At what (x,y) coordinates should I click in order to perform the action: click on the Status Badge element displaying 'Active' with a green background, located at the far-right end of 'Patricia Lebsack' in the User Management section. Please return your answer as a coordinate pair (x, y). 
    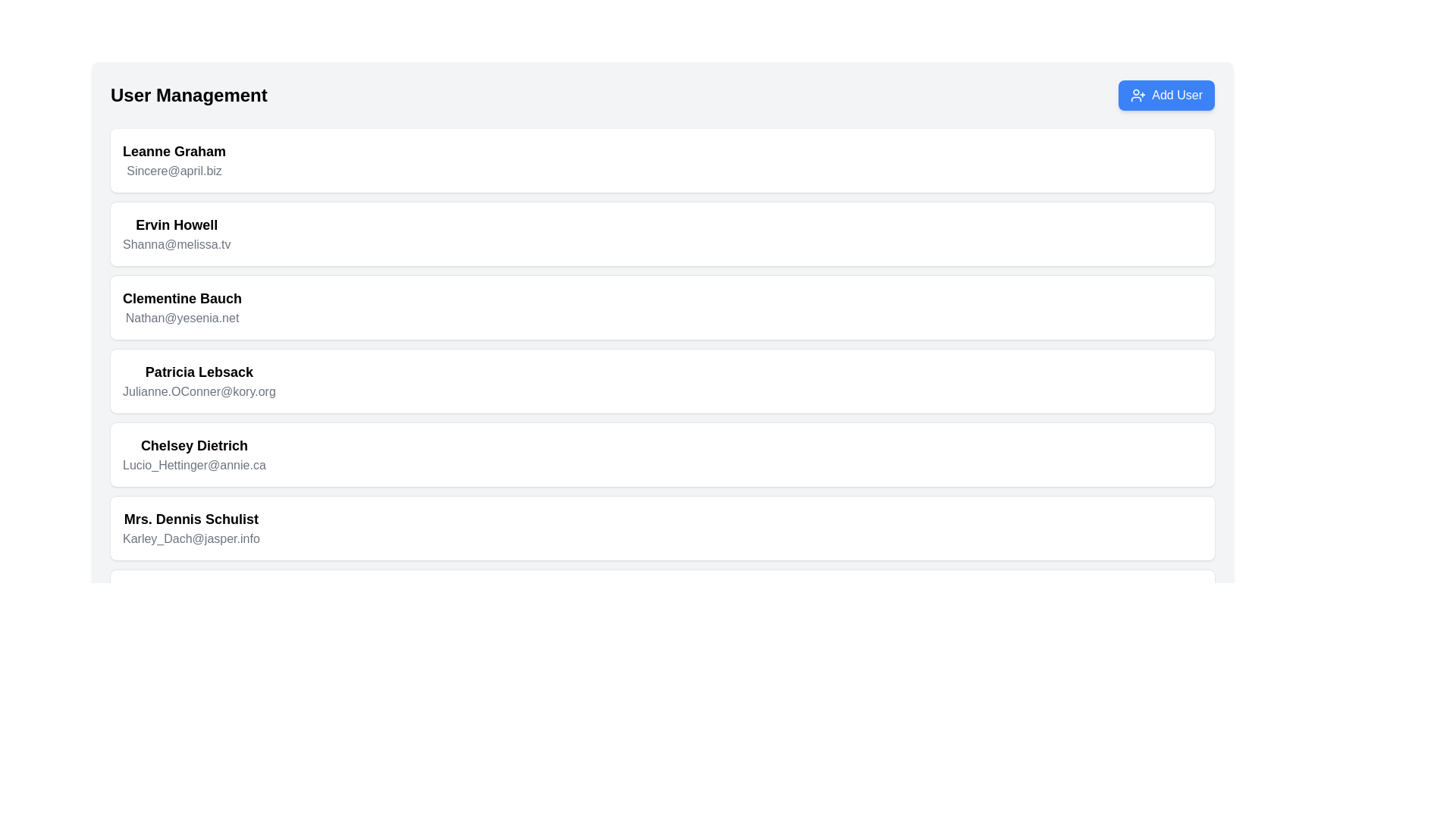
    Looking at the image, I should click on (1178, 380).